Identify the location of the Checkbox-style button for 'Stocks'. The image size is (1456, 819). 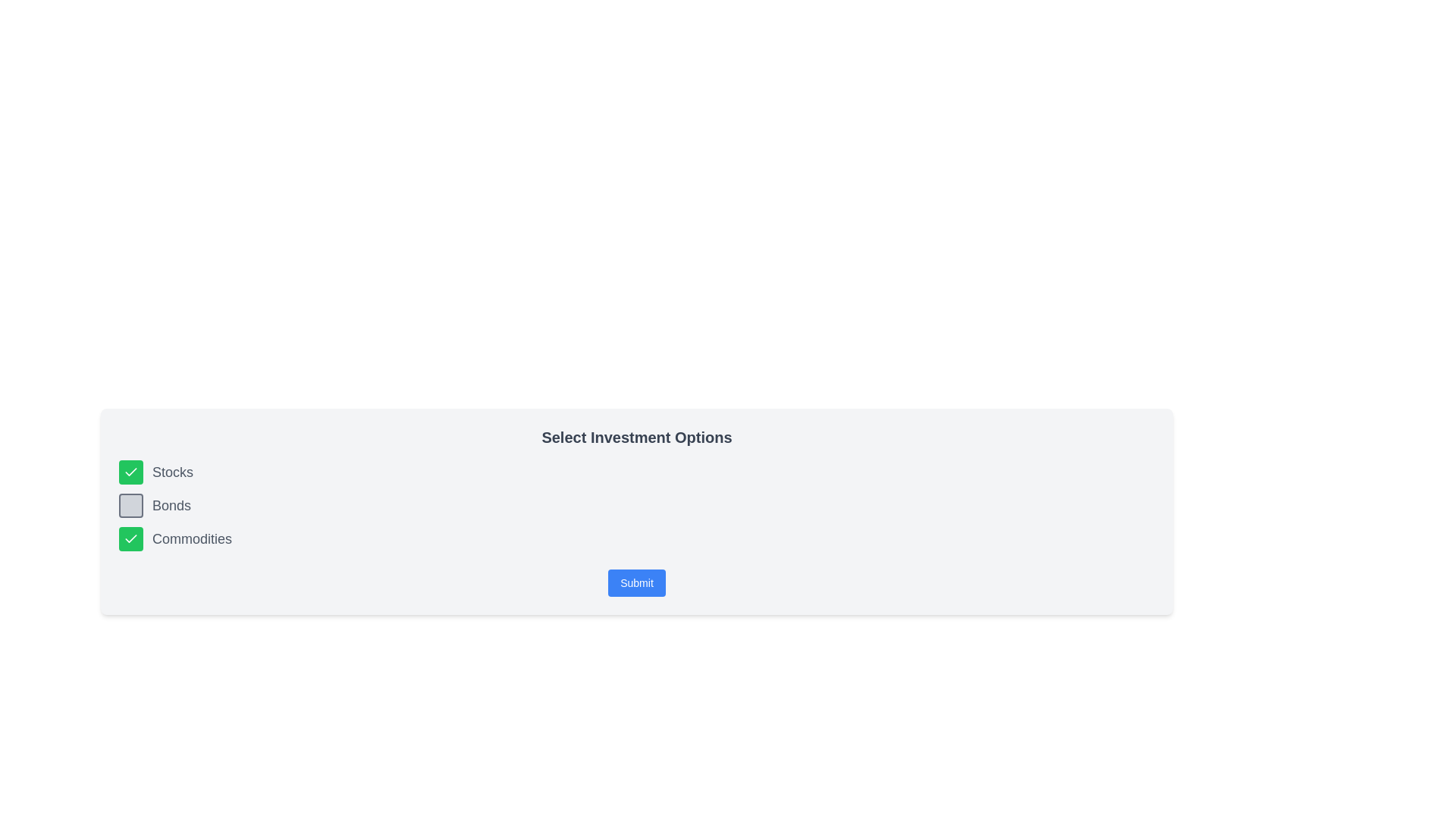
(130, 472).